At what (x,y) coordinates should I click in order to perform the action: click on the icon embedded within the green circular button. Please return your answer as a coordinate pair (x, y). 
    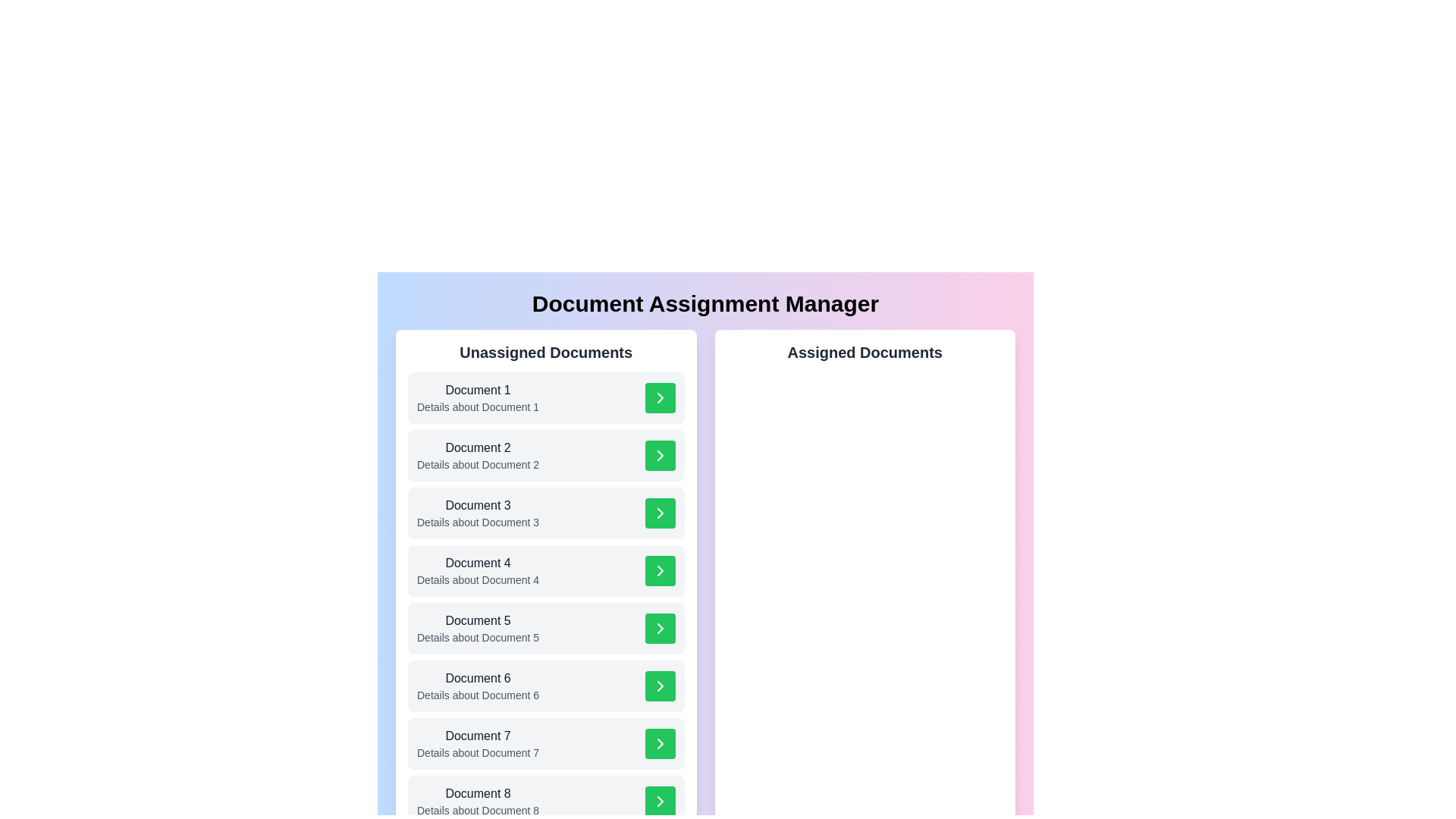
    Looking at the image, I should click on (660, 455).